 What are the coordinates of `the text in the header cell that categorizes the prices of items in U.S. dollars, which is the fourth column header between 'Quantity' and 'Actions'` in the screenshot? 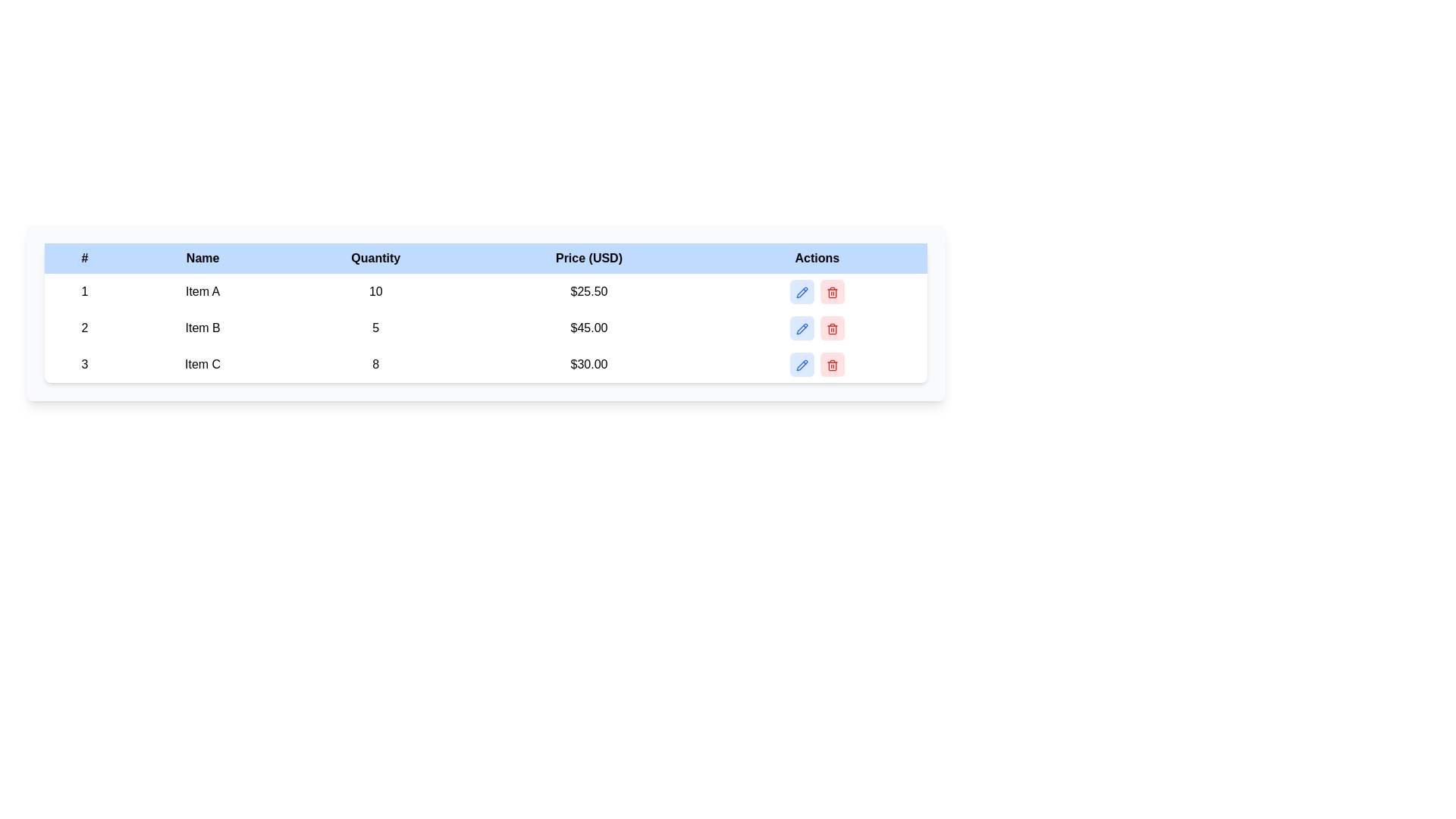 It's located at (588, 257).